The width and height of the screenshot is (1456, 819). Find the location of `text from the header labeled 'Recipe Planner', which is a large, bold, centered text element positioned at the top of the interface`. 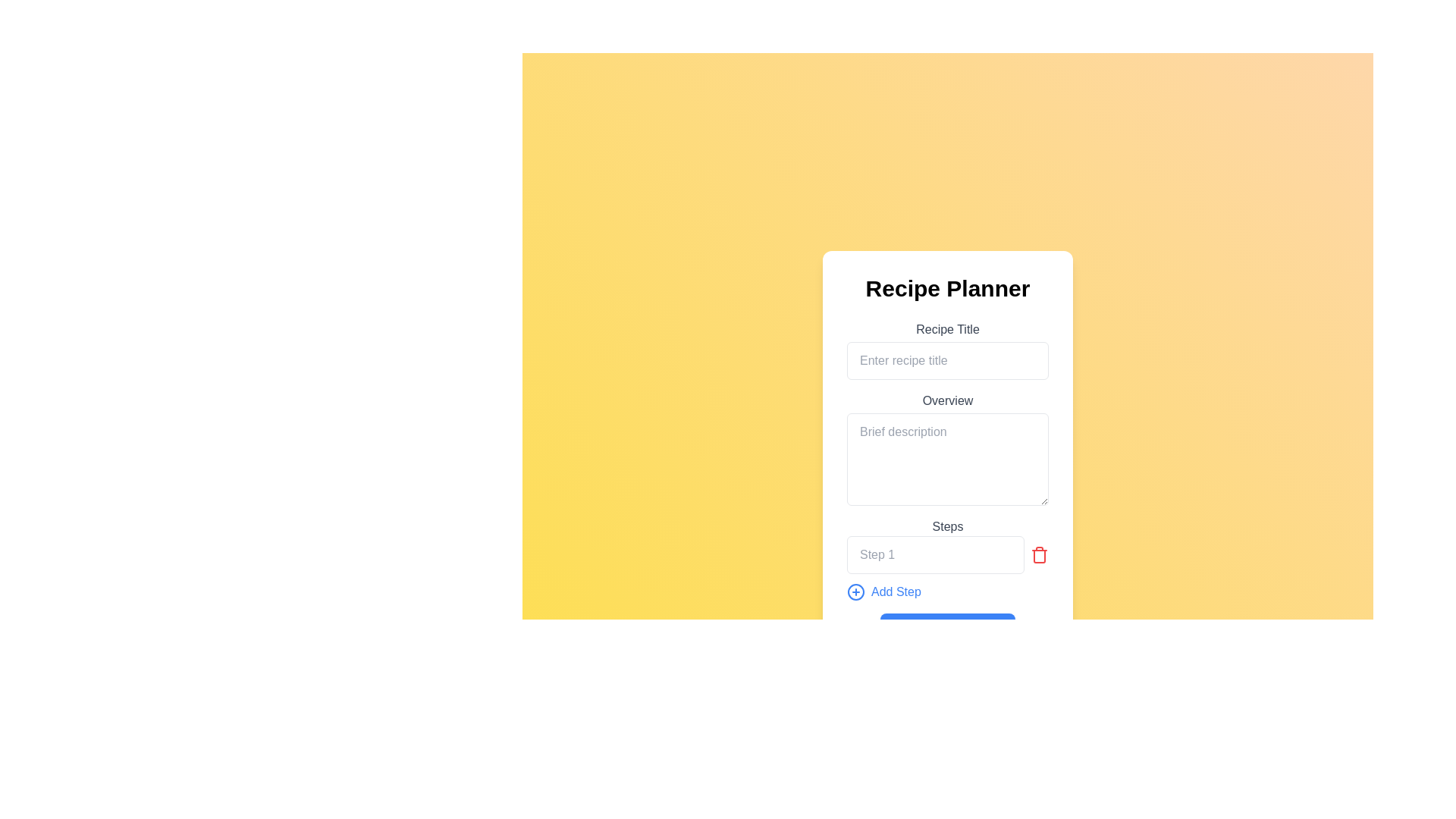

text from the header labeled 'Recipe Planner', which is a large, bold, centered text element positioned at the top of the interface is located at coordinates (946, 288).